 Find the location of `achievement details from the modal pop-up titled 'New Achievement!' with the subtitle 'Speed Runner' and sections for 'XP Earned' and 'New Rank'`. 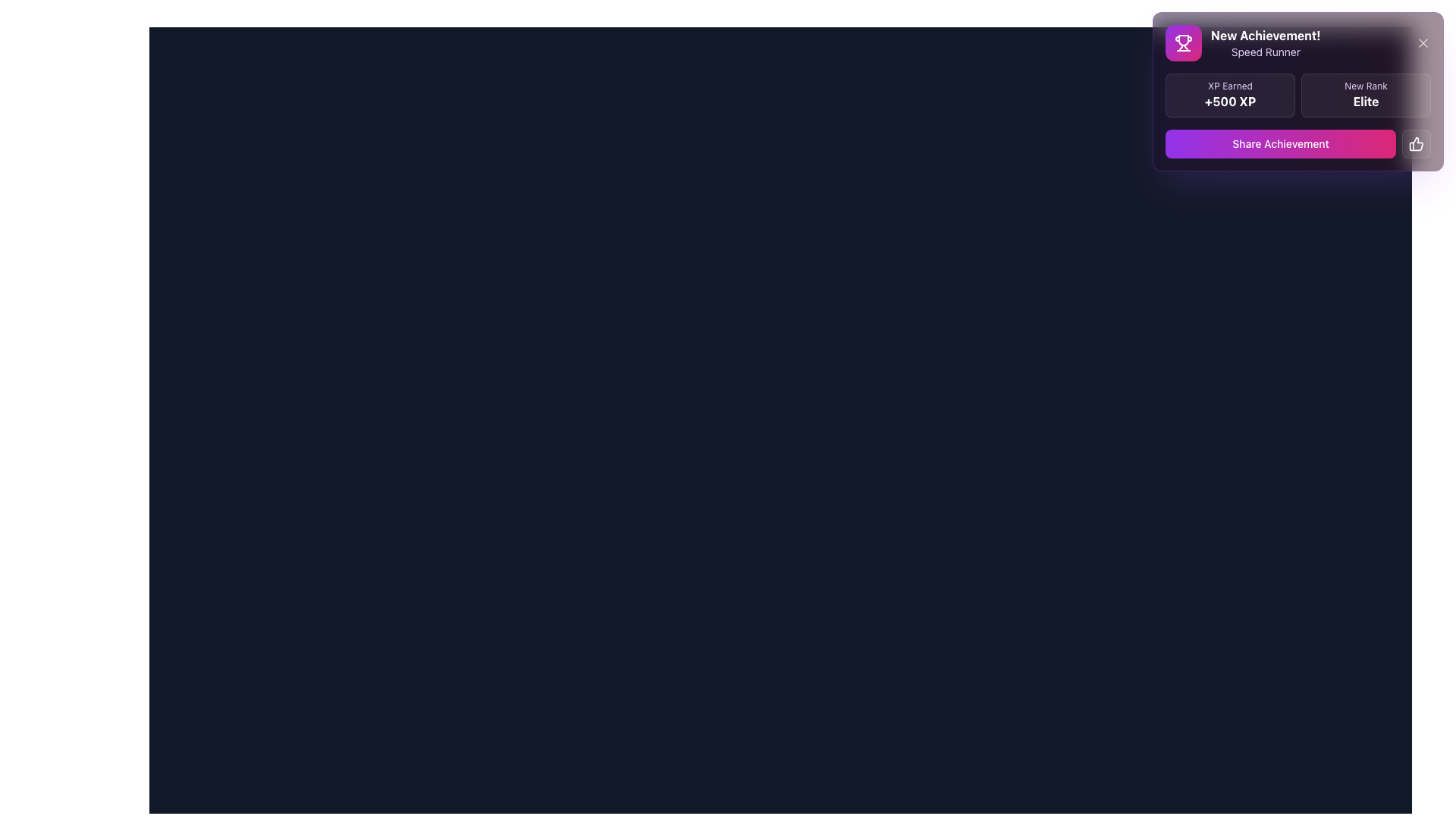

achievement details from the modal pop-up titled 'New Achievement!' with the subtitle 'Speed Runner' and sections for 'XP Earned' and 'New Rank' is located at coordinates (1298, 91).